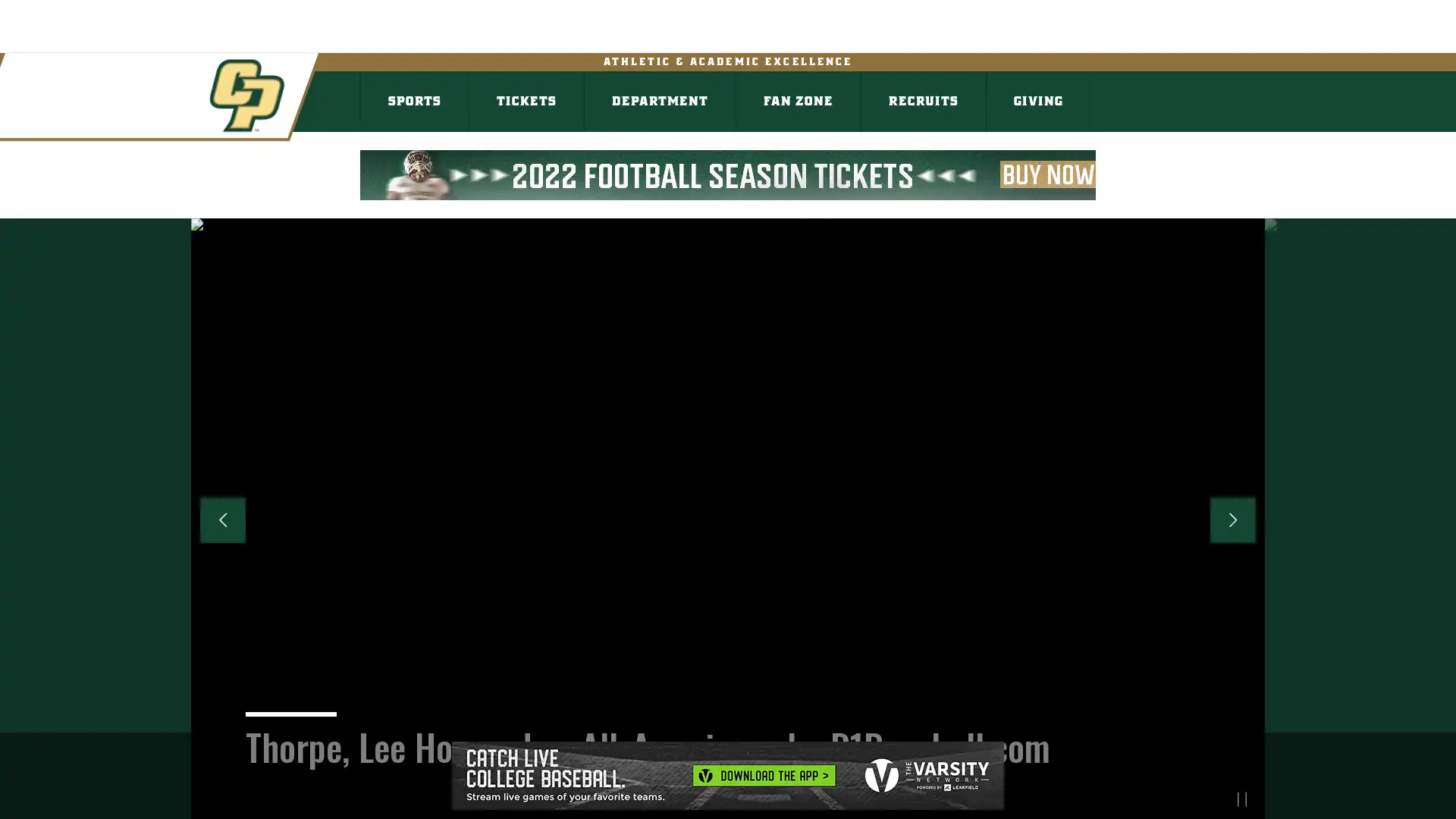  Describe the element at coordinates (221, 519) in the screenshot. I see `previous` at that location.